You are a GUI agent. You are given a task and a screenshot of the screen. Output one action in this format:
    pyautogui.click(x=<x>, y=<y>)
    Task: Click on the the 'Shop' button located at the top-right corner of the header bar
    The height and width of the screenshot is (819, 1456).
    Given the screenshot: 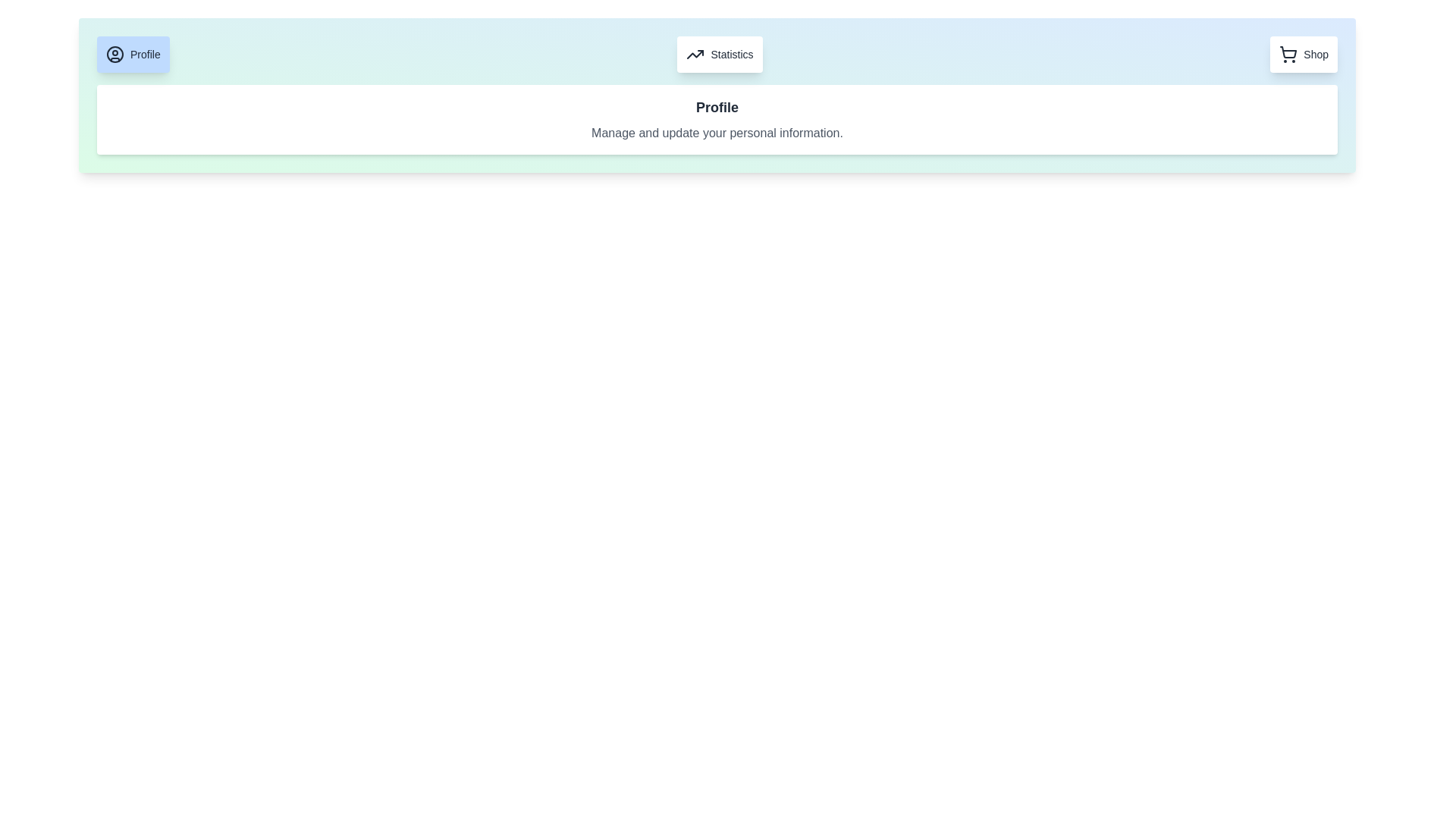 What is the action you would take?
    pyautogui.click(x=1303, y=54)
    